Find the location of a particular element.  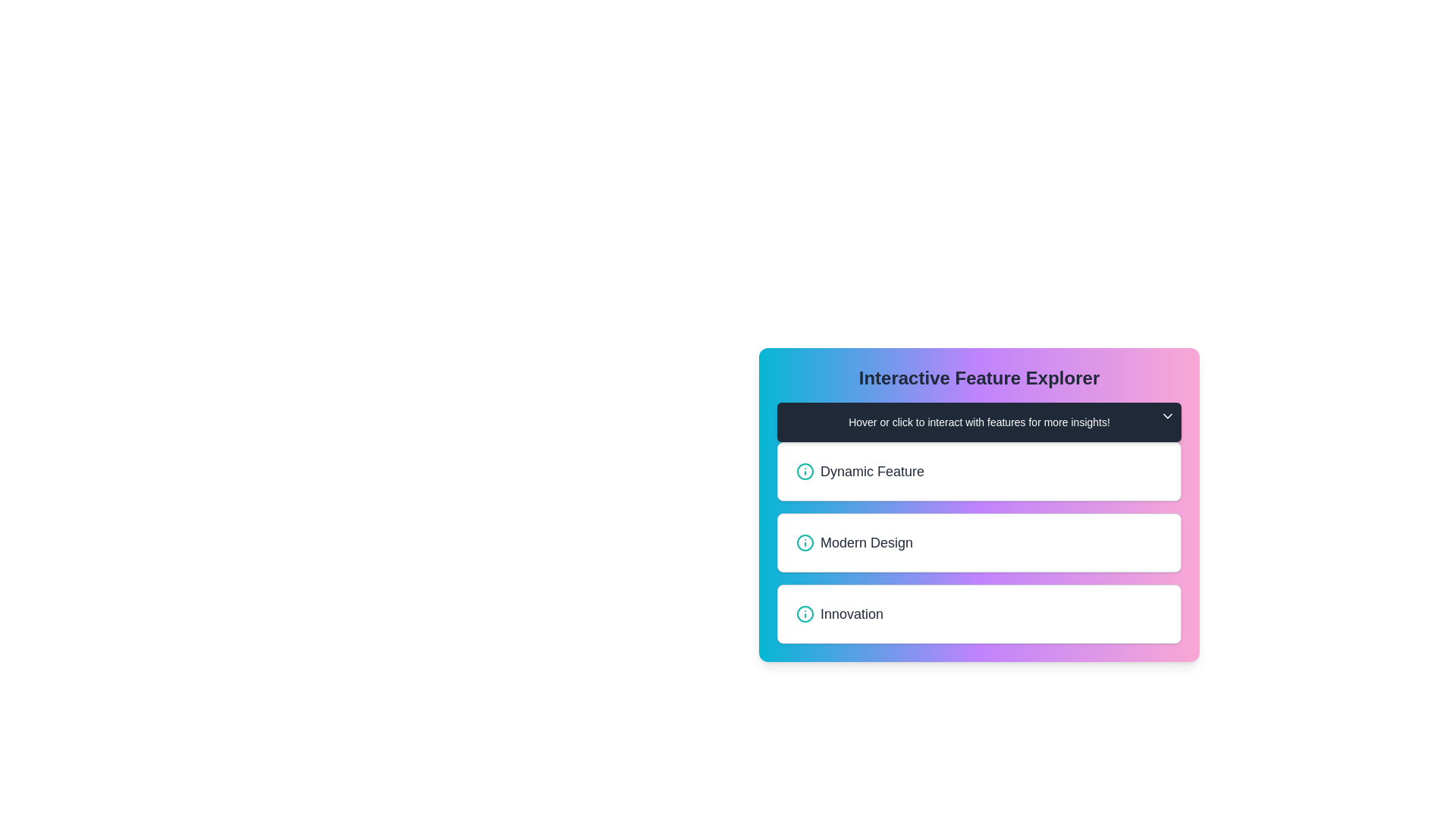

the teal-outlined circular informative icon located in the 'Dynamic Feature' section, which is positioned above the 'Modern Design' and 'Innovation' items is located at coordinates (804, 470).